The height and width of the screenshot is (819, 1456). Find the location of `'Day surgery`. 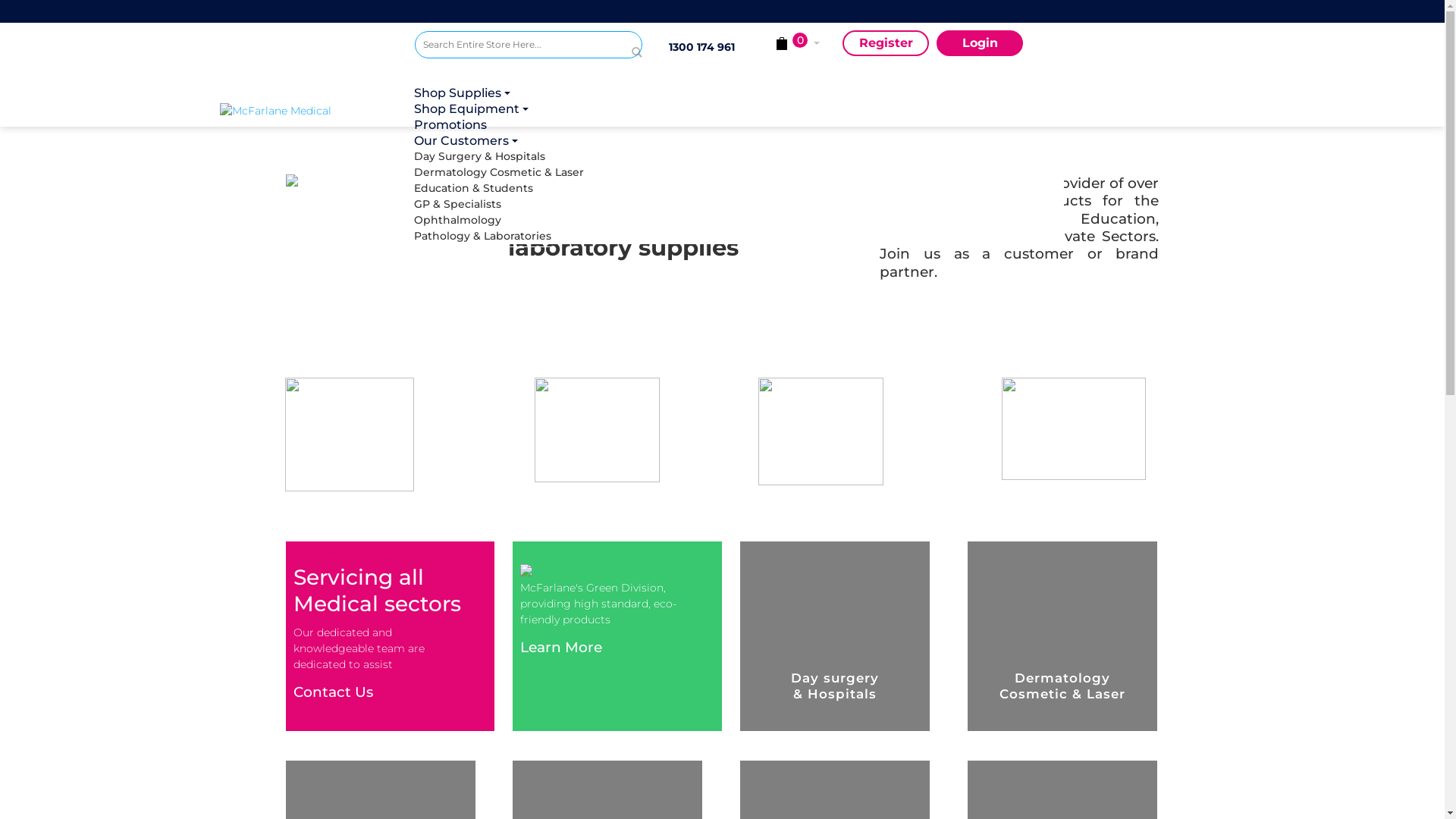

'Day surgery is located at coordinates (843, 636).